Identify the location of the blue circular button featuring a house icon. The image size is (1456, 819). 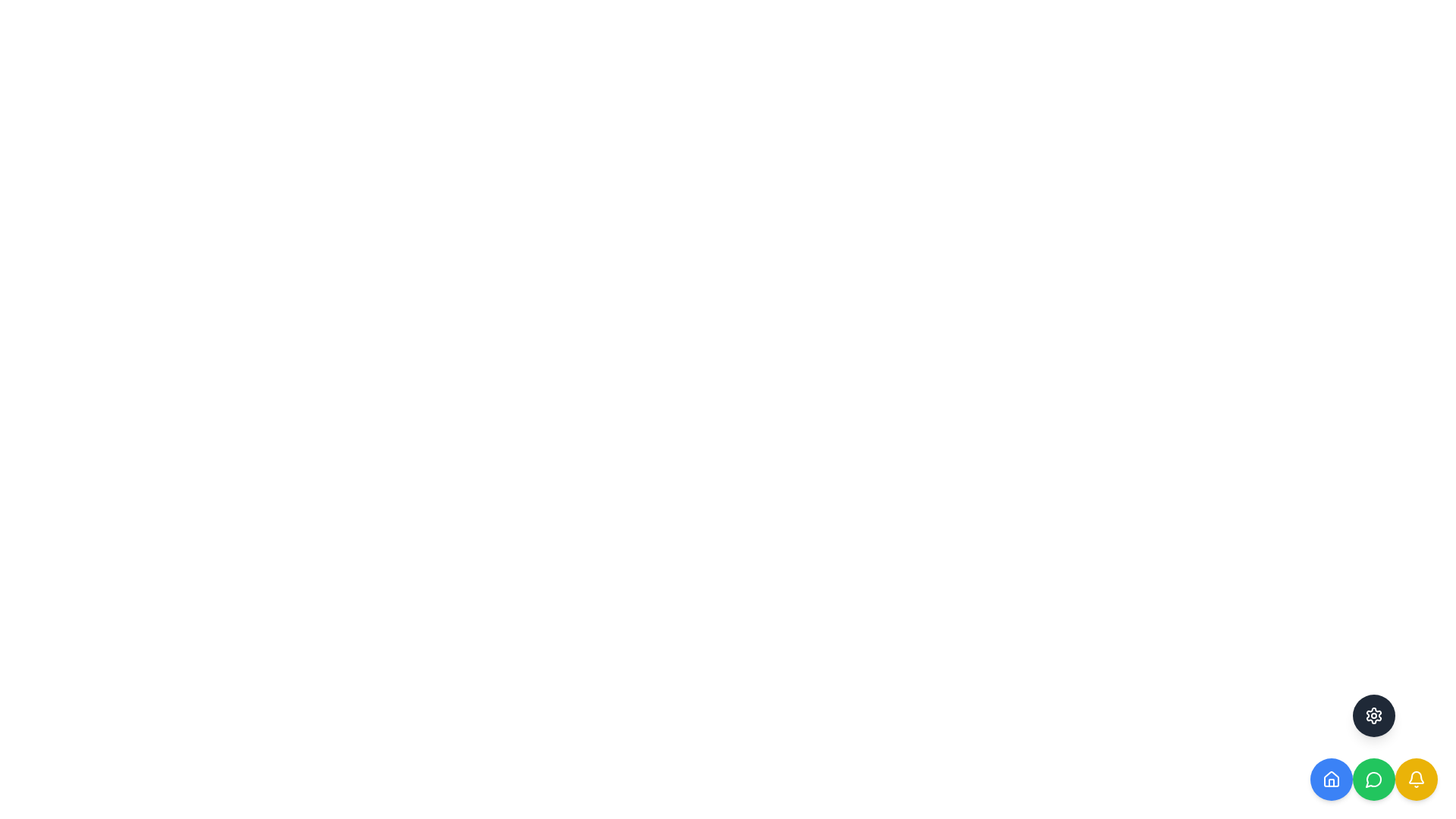
(1331, 780).